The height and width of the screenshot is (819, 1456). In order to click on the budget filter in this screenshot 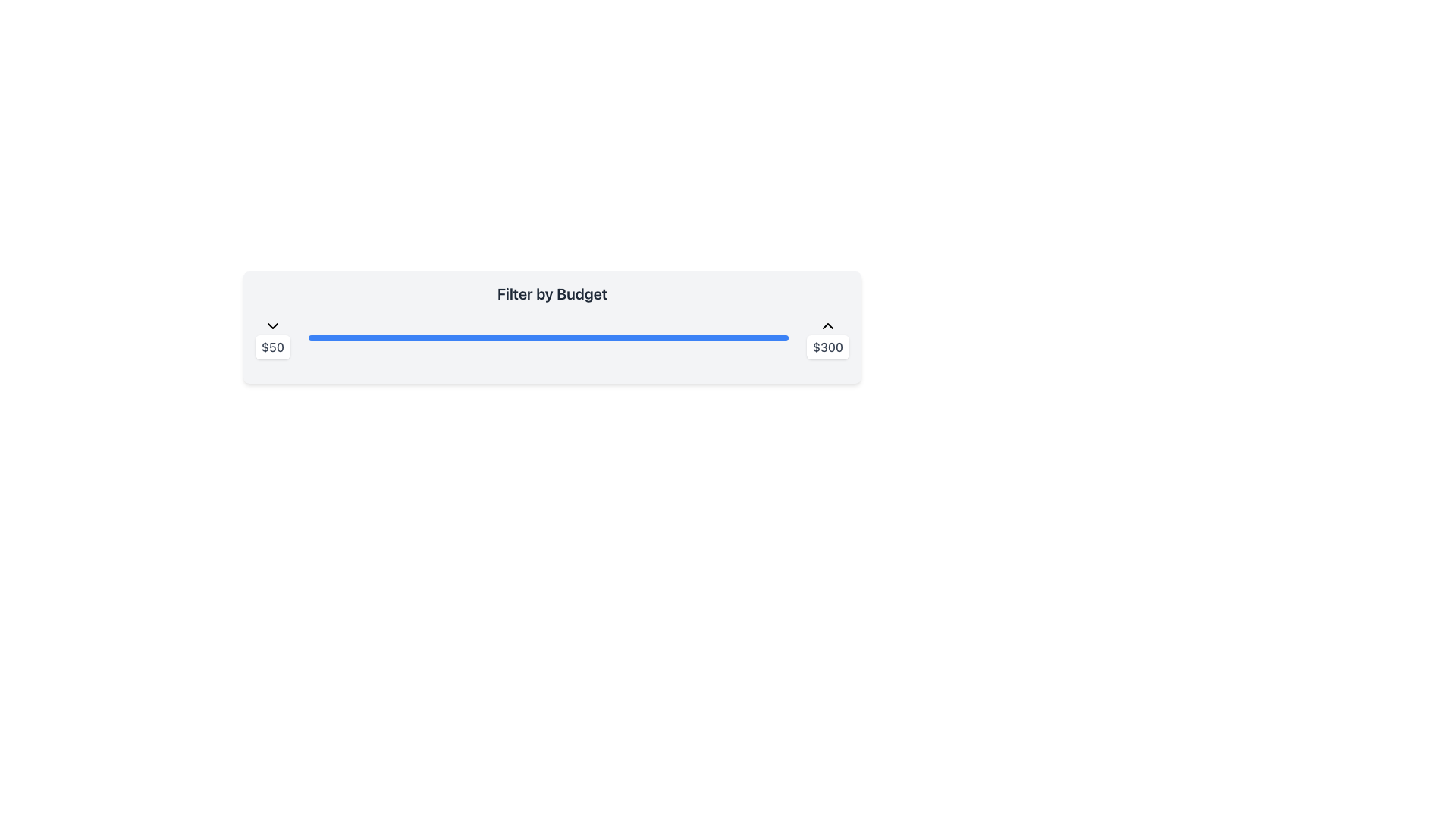, I will do `click(475, 337)`.